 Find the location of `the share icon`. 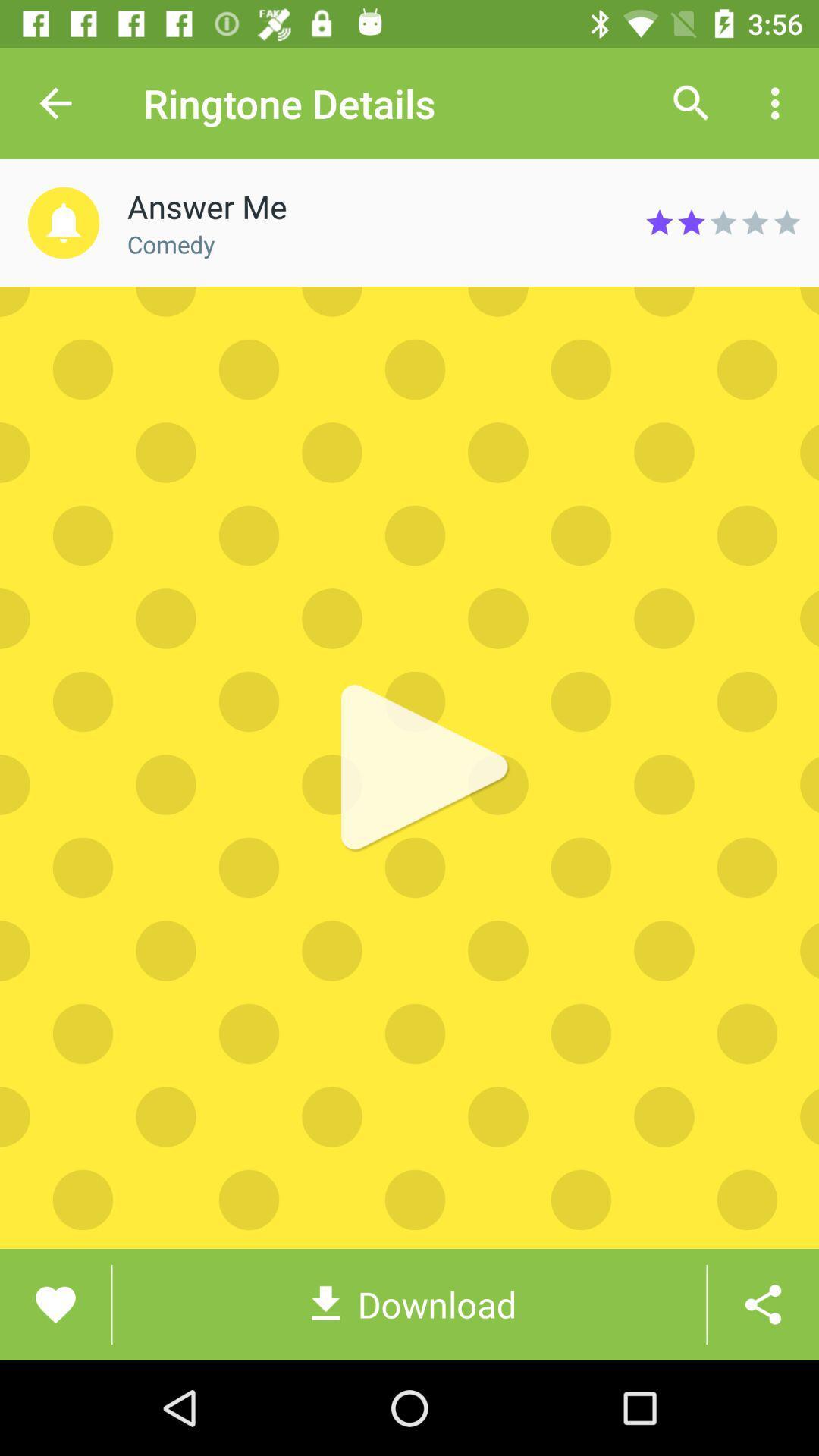

the share icon is located at coordinates (763, 1304).